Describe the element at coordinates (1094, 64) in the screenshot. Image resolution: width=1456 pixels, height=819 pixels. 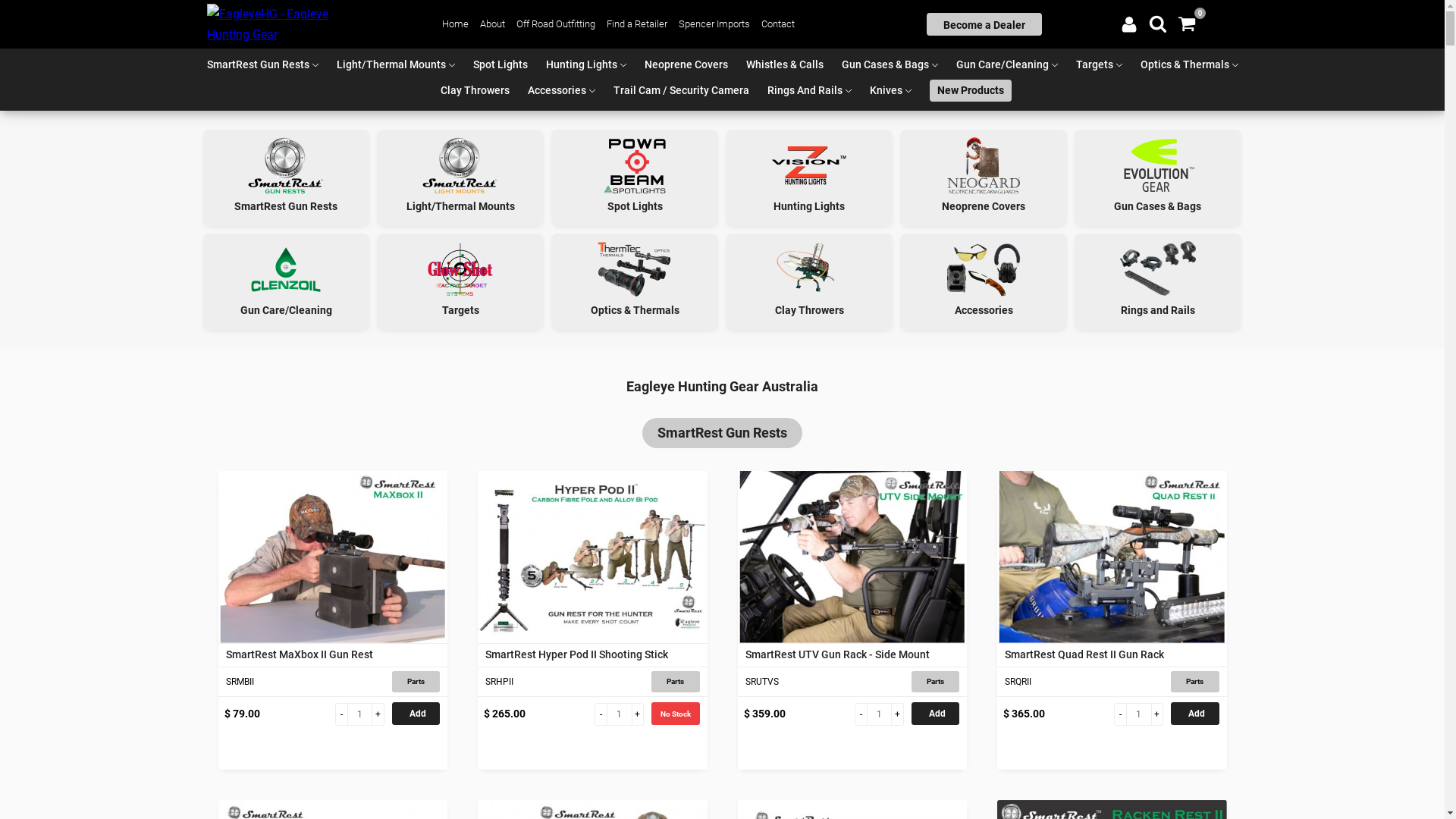
I see `'Targets'` at that location.